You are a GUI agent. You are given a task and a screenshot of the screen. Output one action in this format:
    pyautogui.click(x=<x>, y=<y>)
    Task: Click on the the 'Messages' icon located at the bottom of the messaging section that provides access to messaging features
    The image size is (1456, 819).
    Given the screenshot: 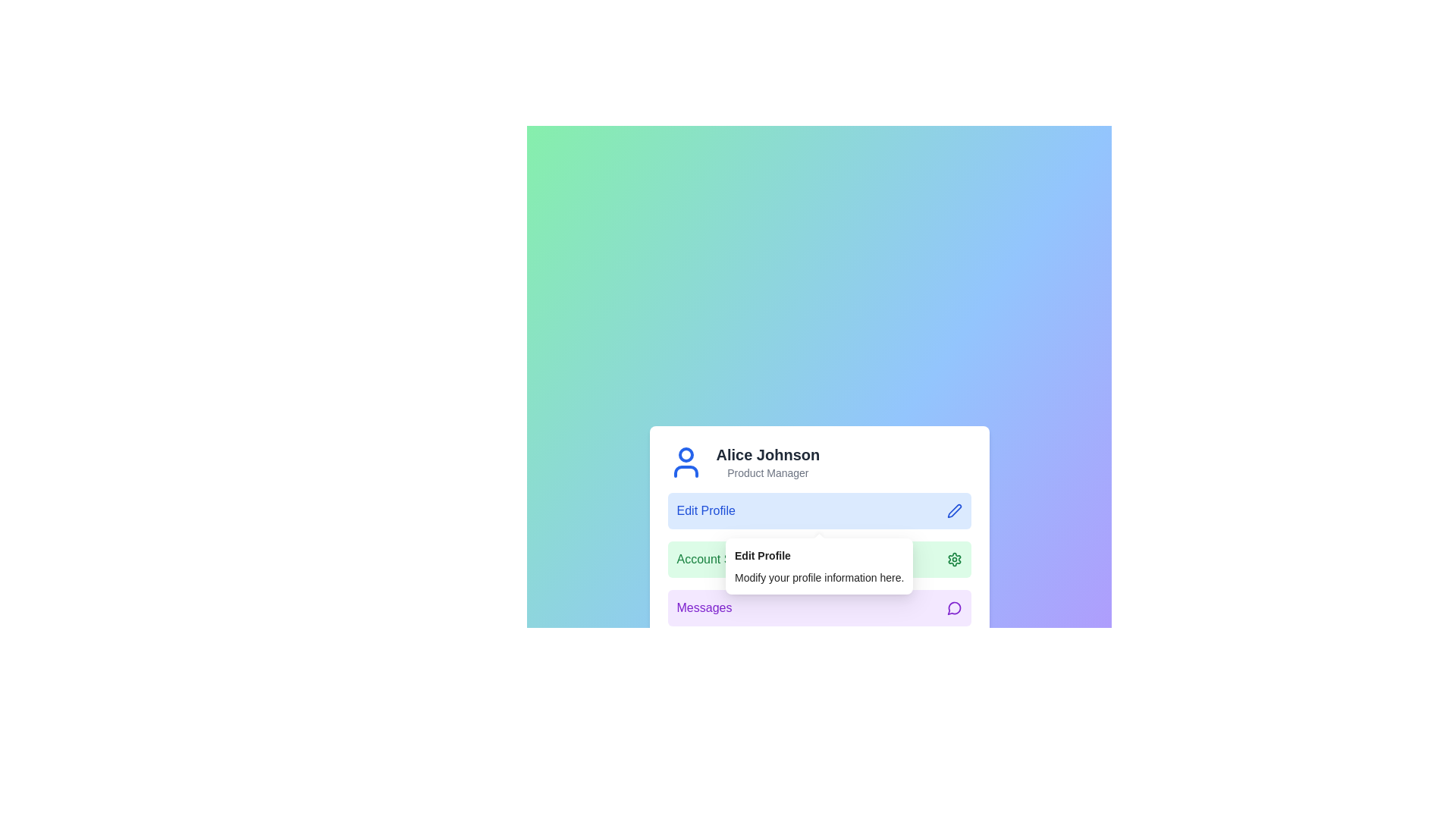 What is the action you would take?
    pyautogui.click(x=953, y=607)
    